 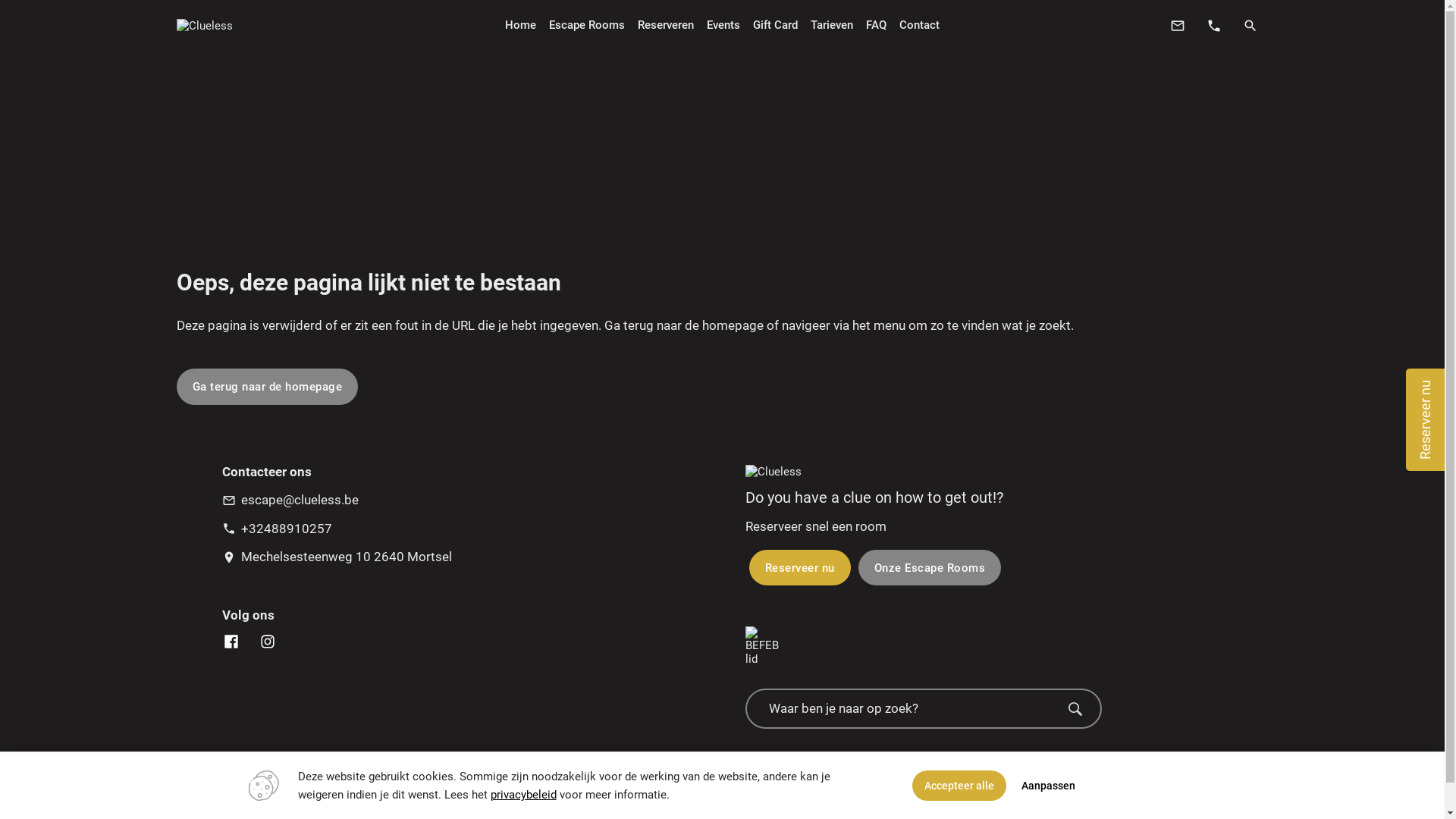 I want to click on 'BEFEB lid', so click(x=761, y=646).